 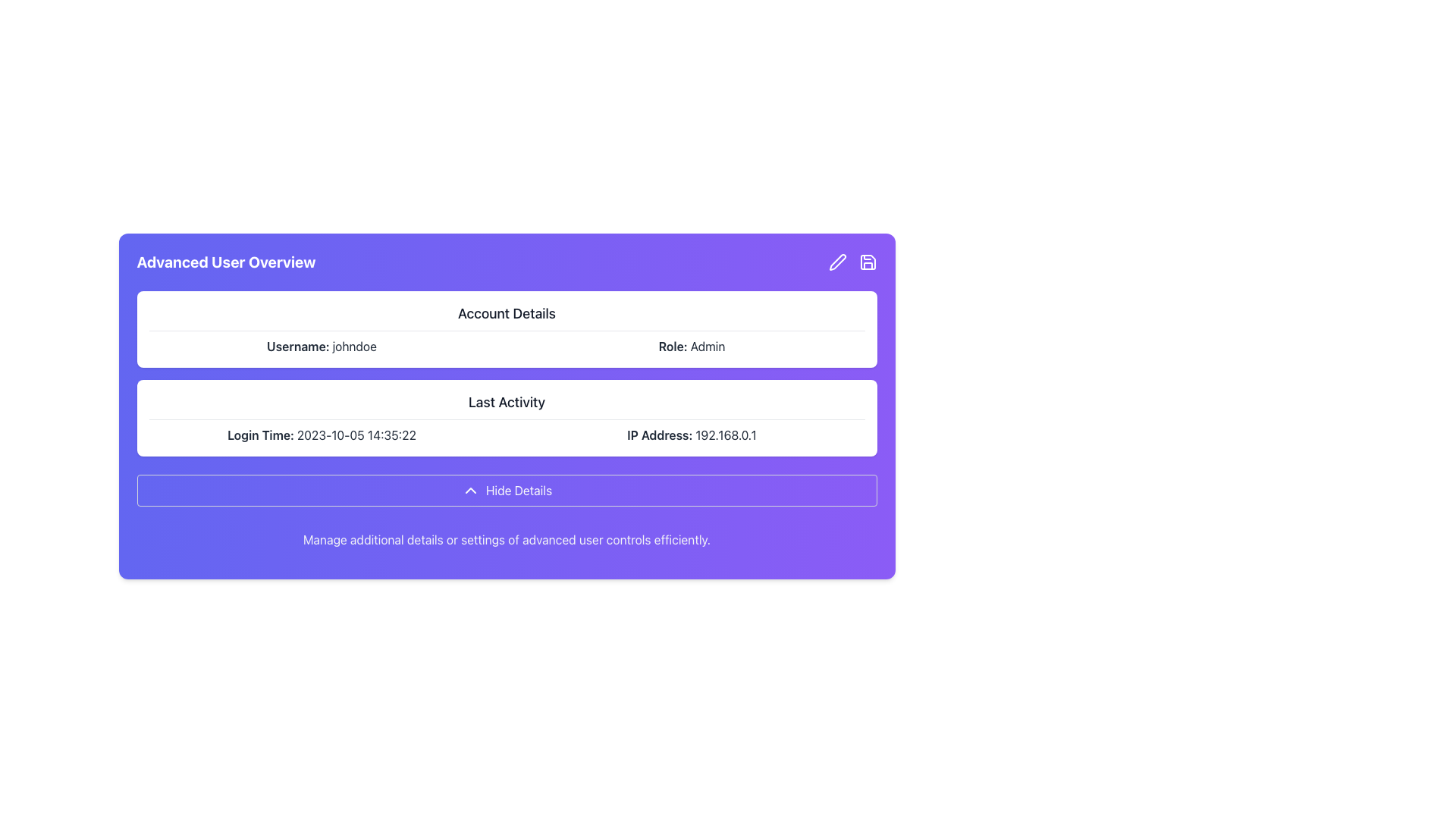 What do you see at coordinates (836, 262) in the screenshot?
I see `the pen icon located in the top-right corner of the card-like interface with a purple background` at bounding box center [836, 262].